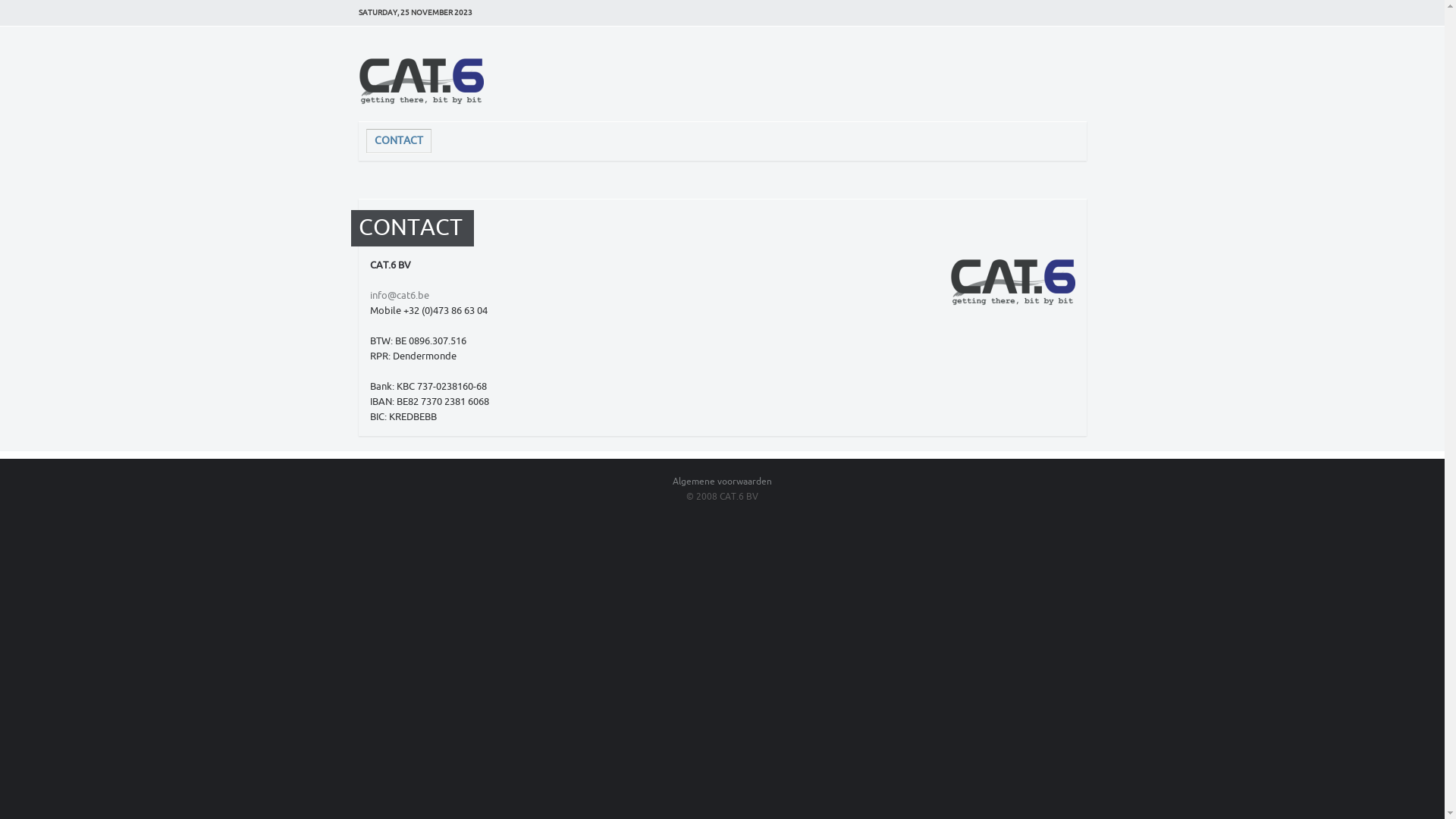 This screenshot has height=819, width=1456. Describe the element at coordinates (672, 482) in the screenshot. I see `'Algemene voorwaarden'` at that location.